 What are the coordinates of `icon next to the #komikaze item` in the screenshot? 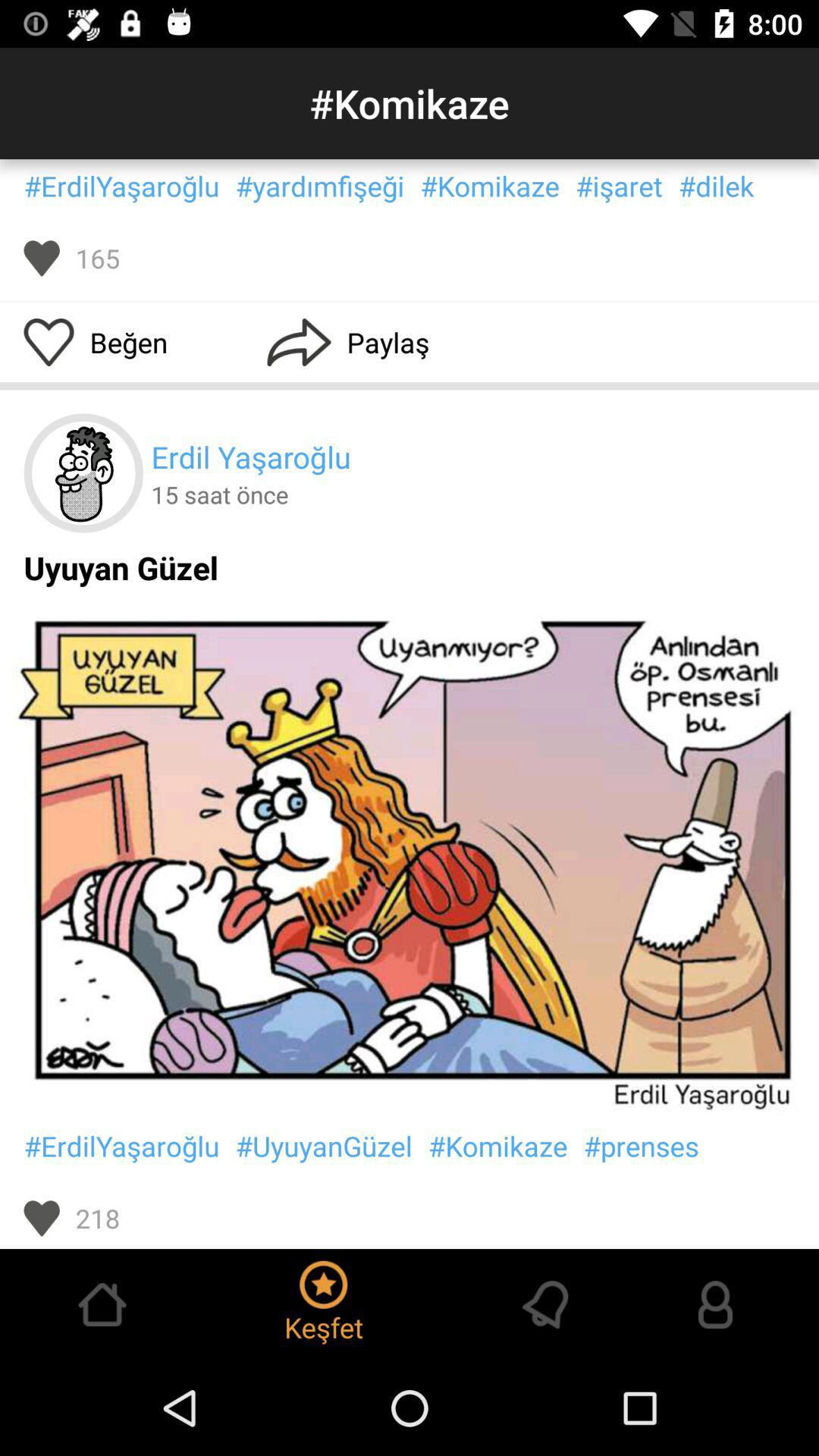 It's located at (641, 1146).